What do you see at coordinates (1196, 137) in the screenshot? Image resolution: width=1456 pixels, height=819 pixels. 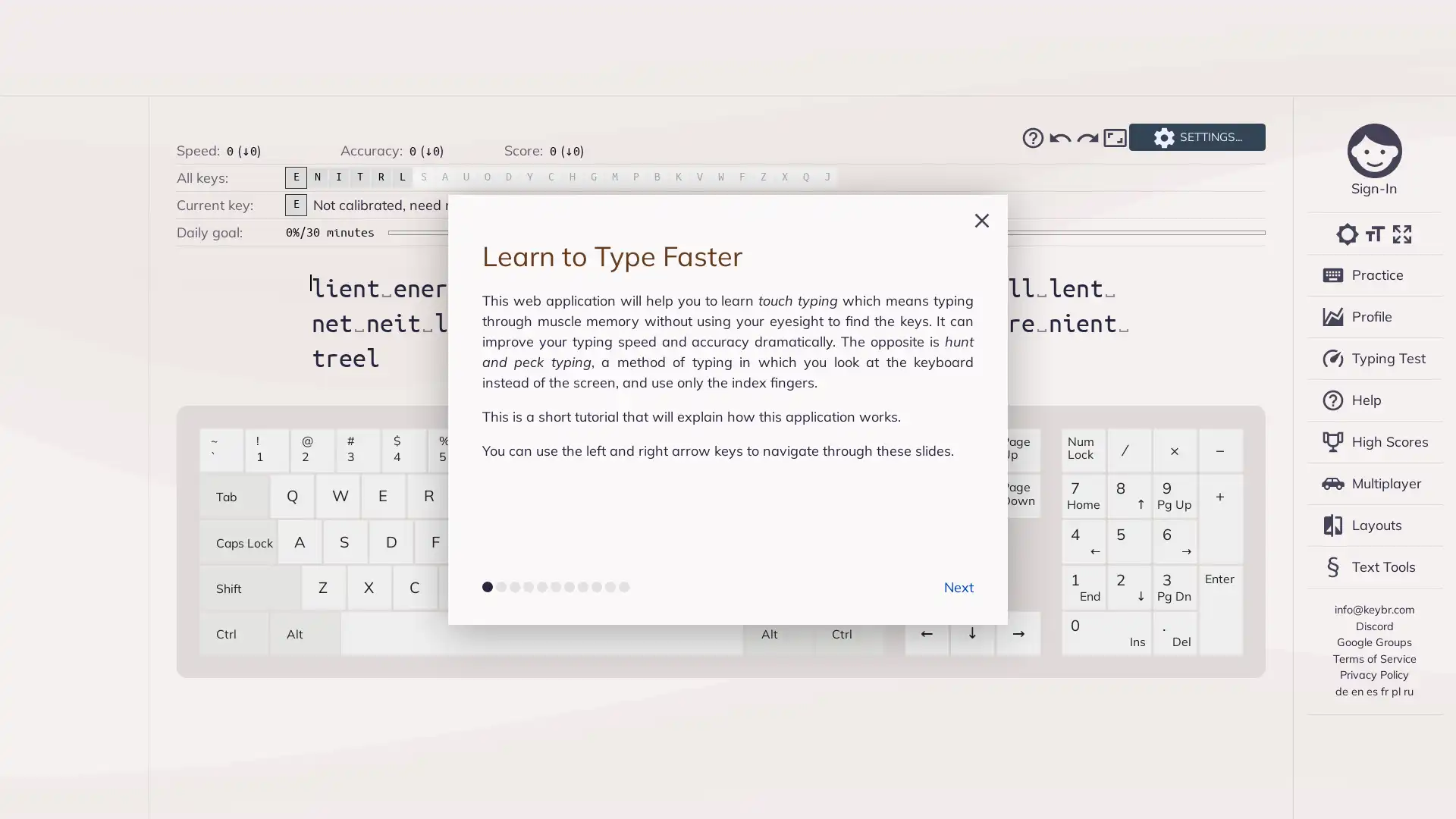 I see `SETTINGS...` at bounding box center [1196, 137].